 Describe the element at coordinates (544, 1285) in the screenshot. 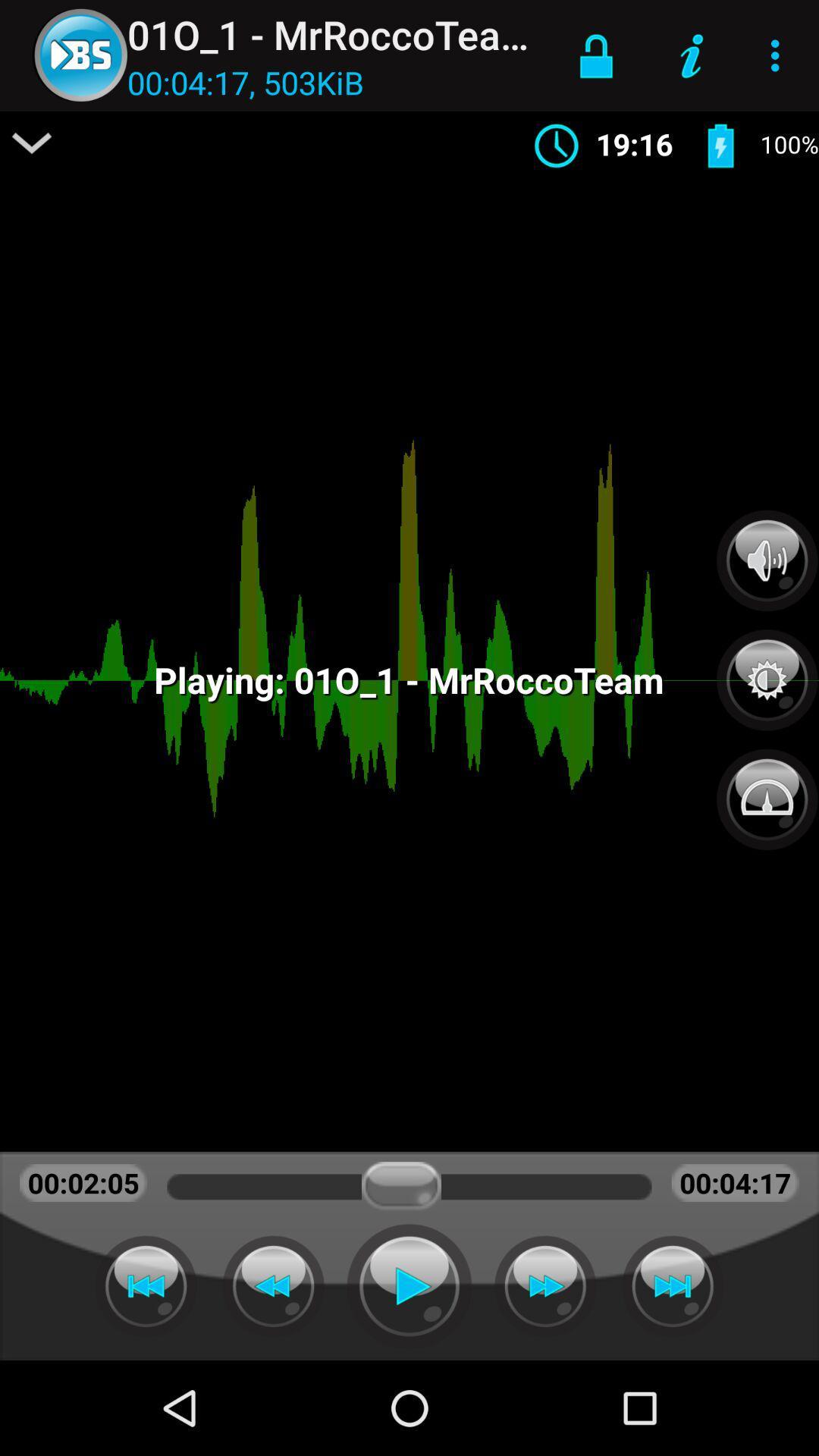

I see `foward fast` at that location.